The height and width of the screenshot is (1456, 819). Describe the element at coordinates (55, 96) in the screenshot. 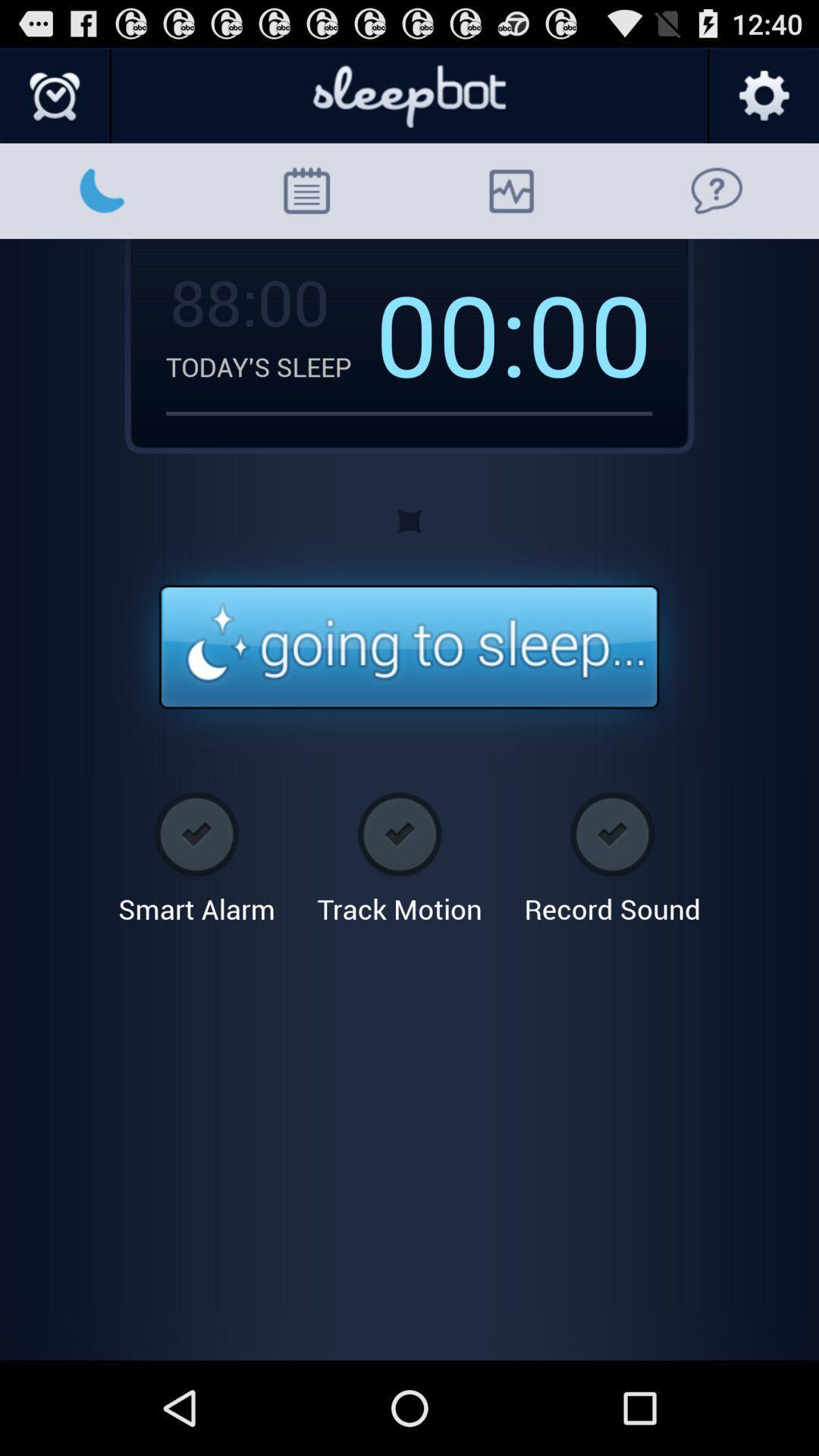

I see `set an alarm` at that location.